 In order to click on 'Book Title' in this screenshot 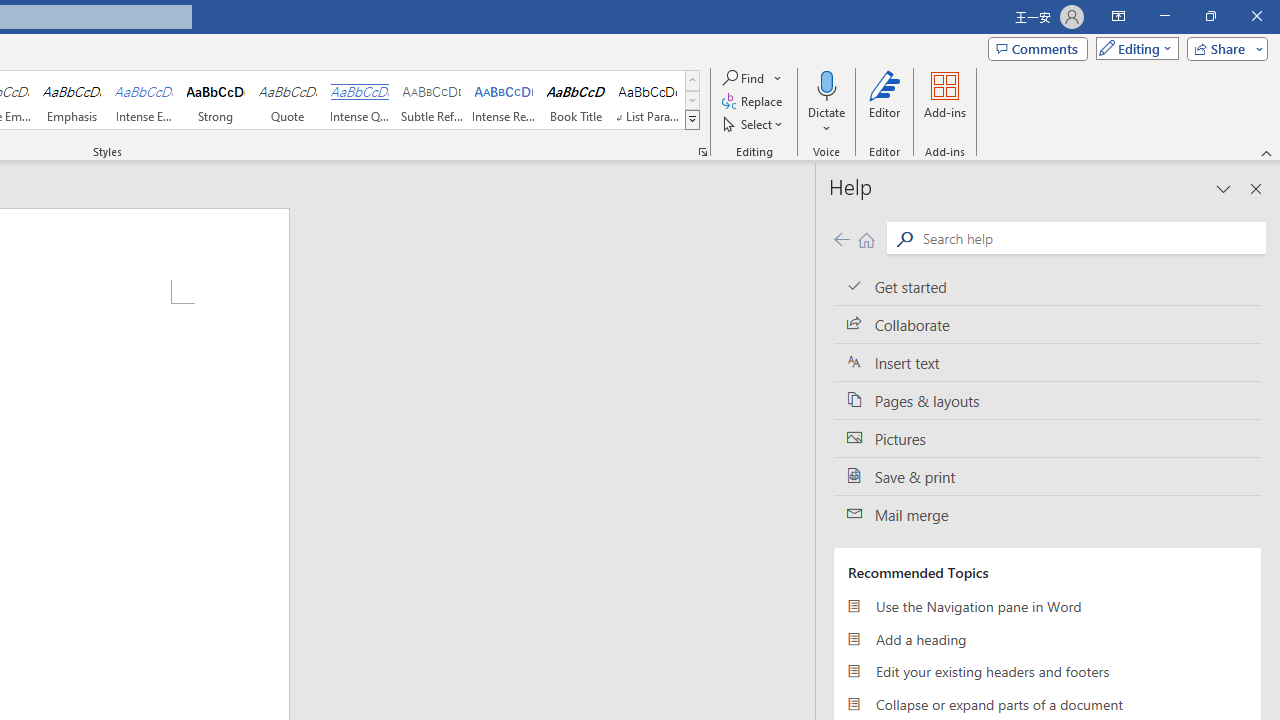, I will do `click(575, 100)`.